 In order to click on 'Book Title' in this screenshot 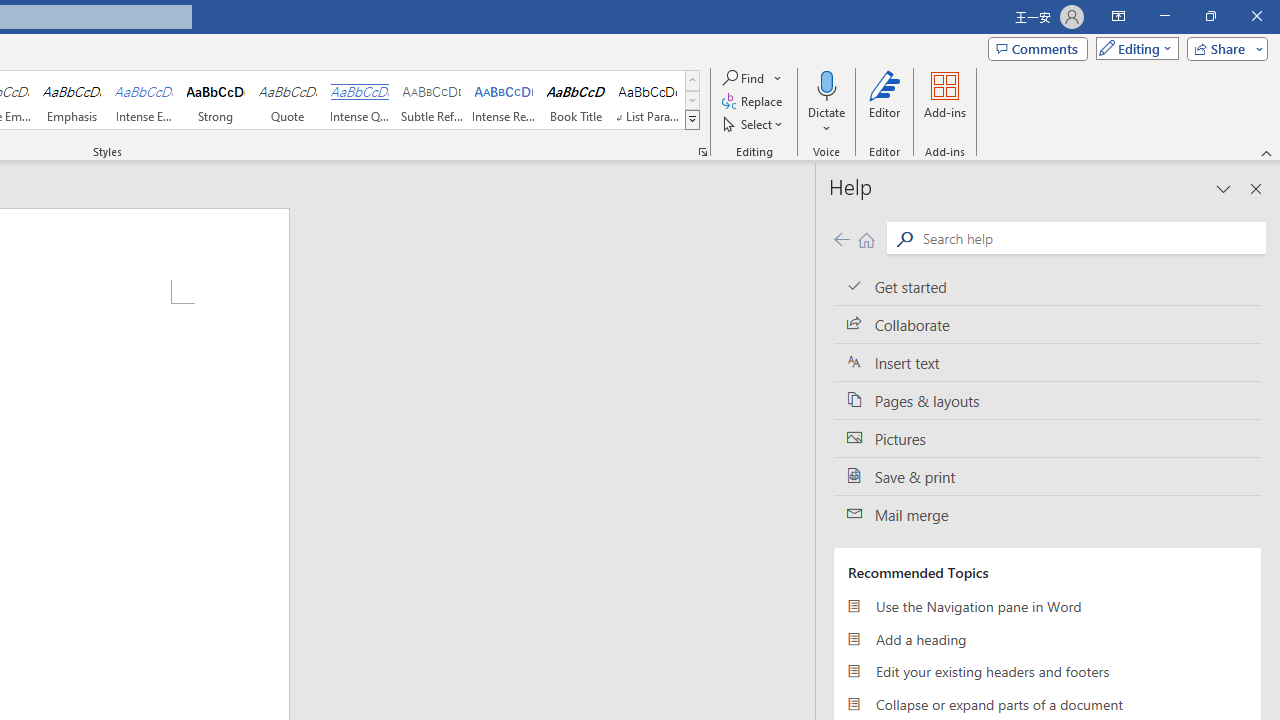, I will do `click(575, 100)`.